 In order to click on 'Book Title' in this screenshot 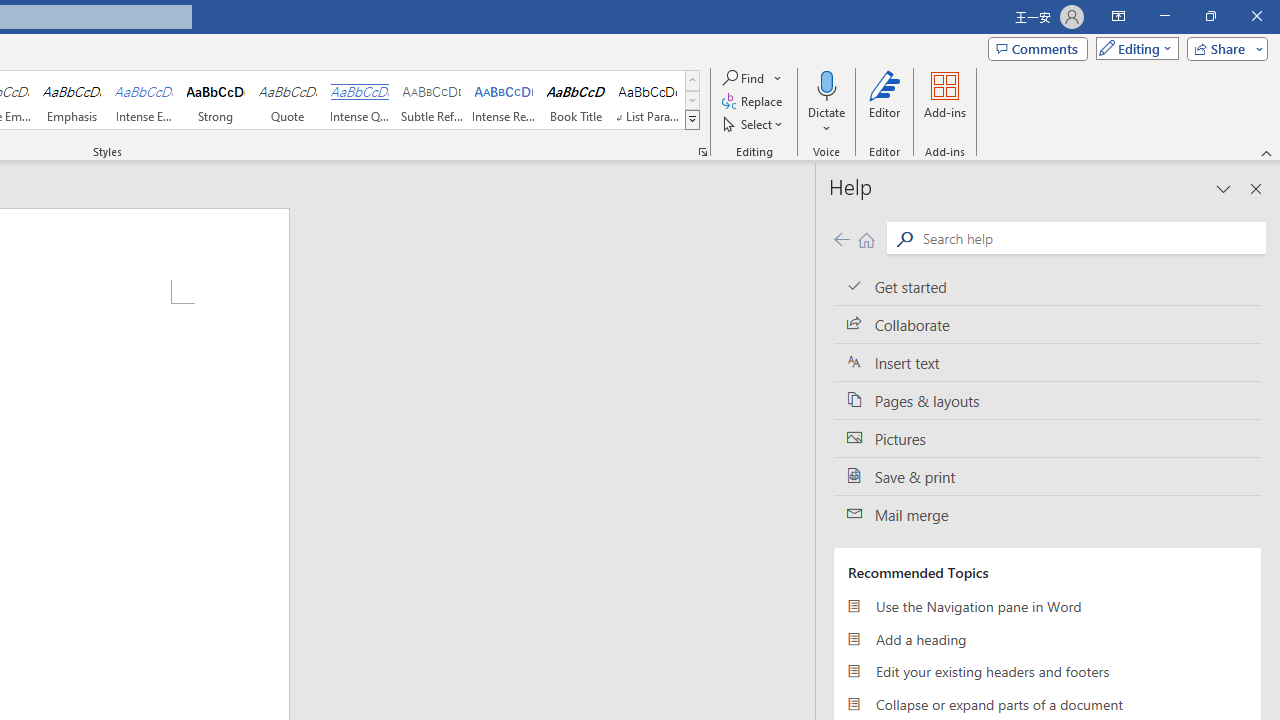, I will do `click(575, 100)`.